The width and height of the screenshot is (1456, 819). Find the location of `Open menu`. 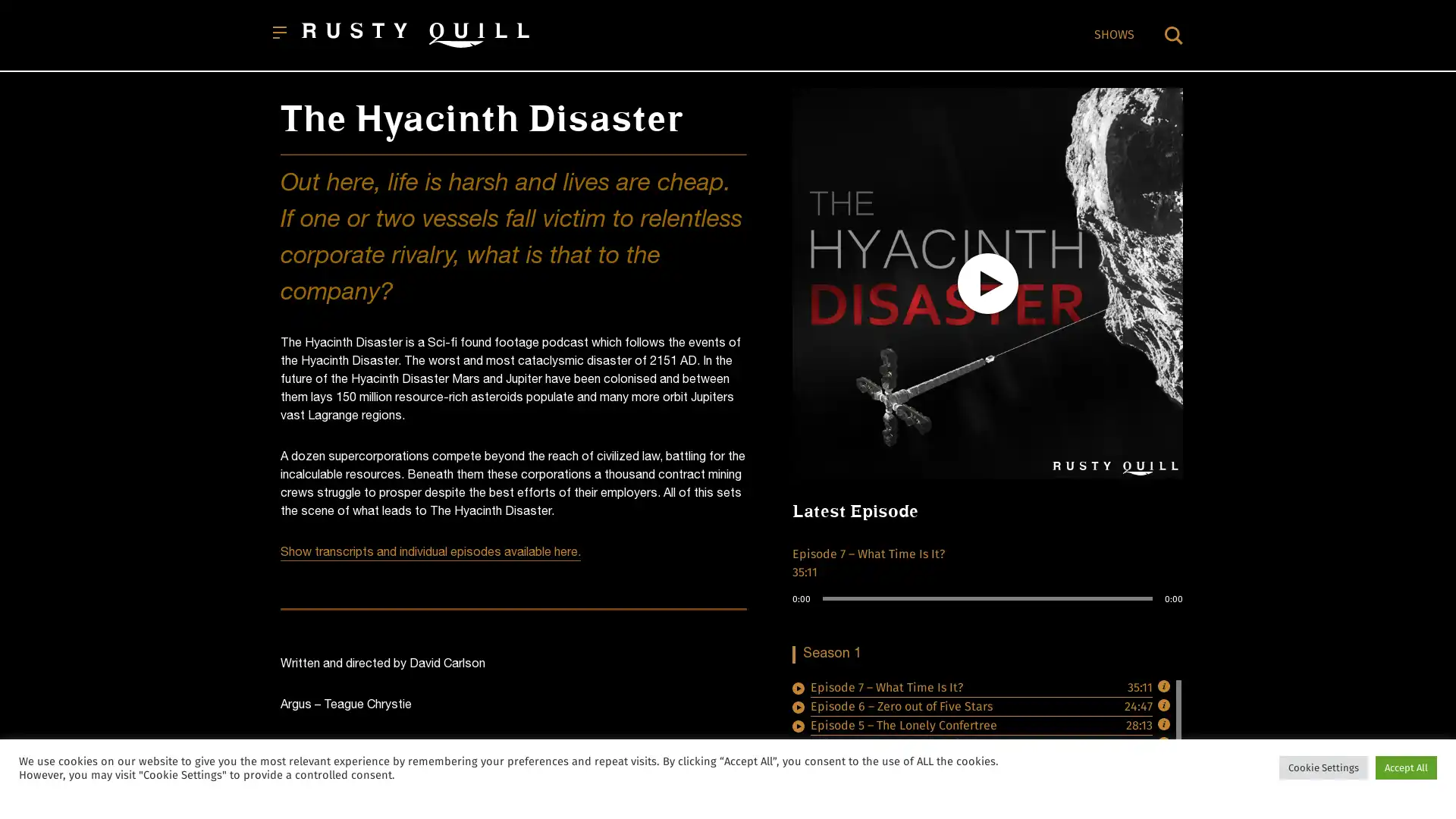

Open menu is located at coordinates (280, 32).